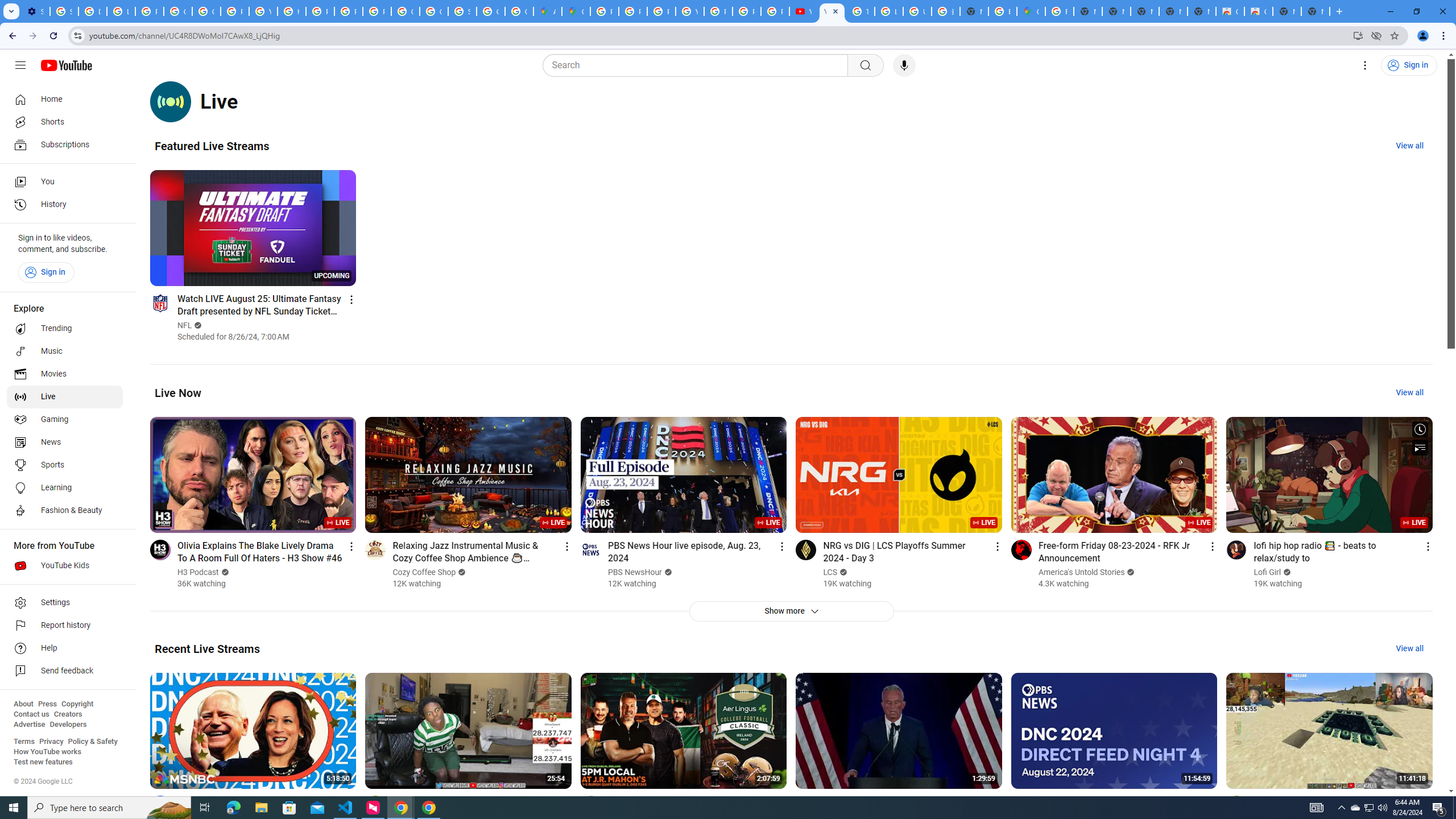  Describe the element at coordinates (76, 704) in the screenshot. I see `'Copyright'` at that location.